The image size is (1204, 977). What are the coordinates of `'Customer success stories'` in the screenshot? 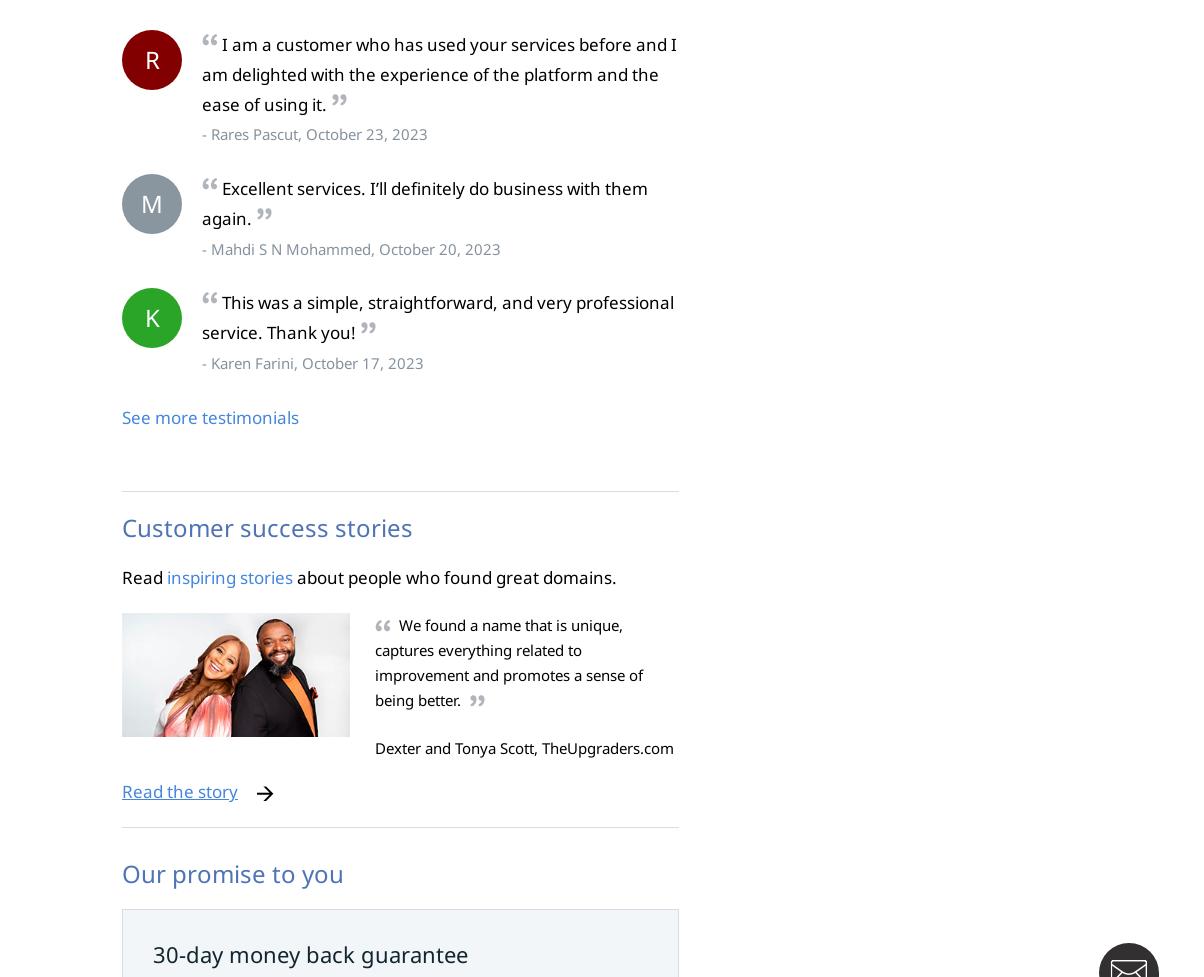 It's located at (121, 525).